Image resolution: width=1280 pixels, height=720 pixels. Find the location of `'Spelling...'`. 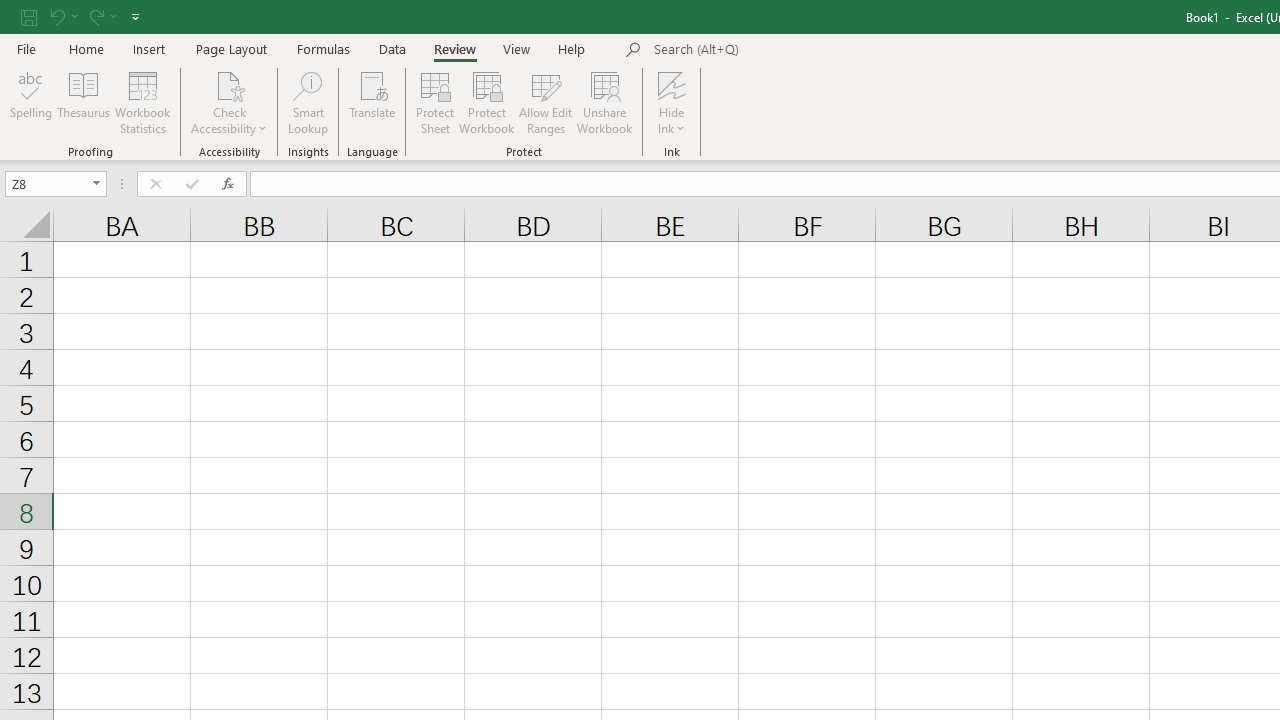

'Spelling...' is located at coordinates (31, 103).